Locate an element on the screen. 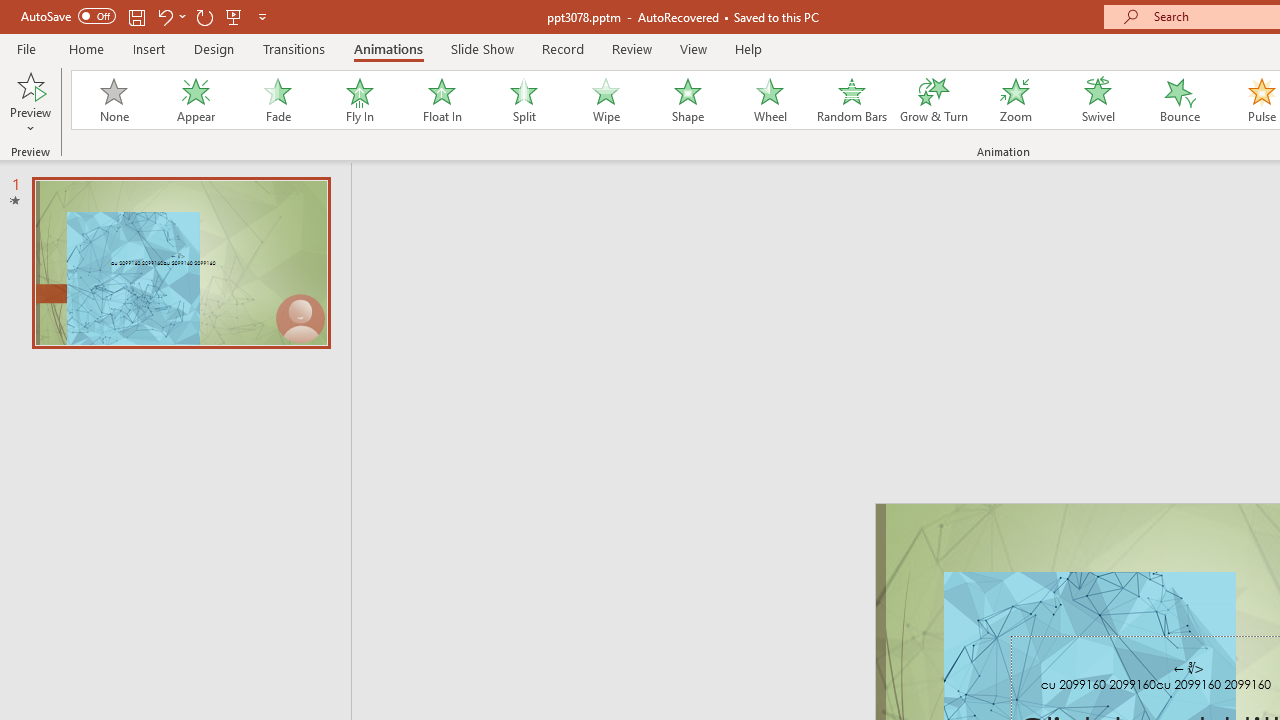  'Fade' is located at coordinates (276, 100).